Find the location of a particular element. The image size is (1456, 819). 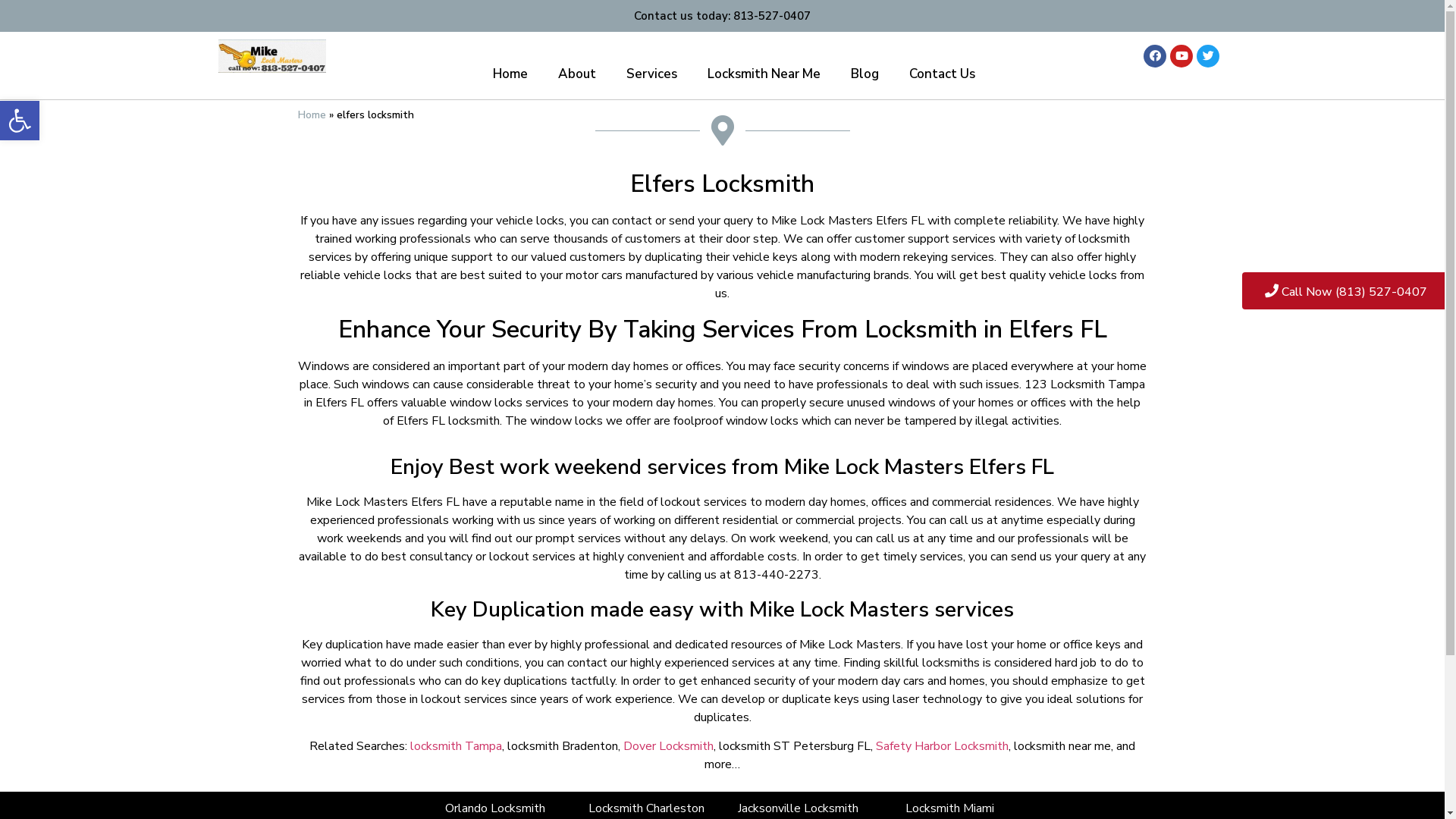

'Call Now (813) 527-0407' is located at coordinates (1241, 290).